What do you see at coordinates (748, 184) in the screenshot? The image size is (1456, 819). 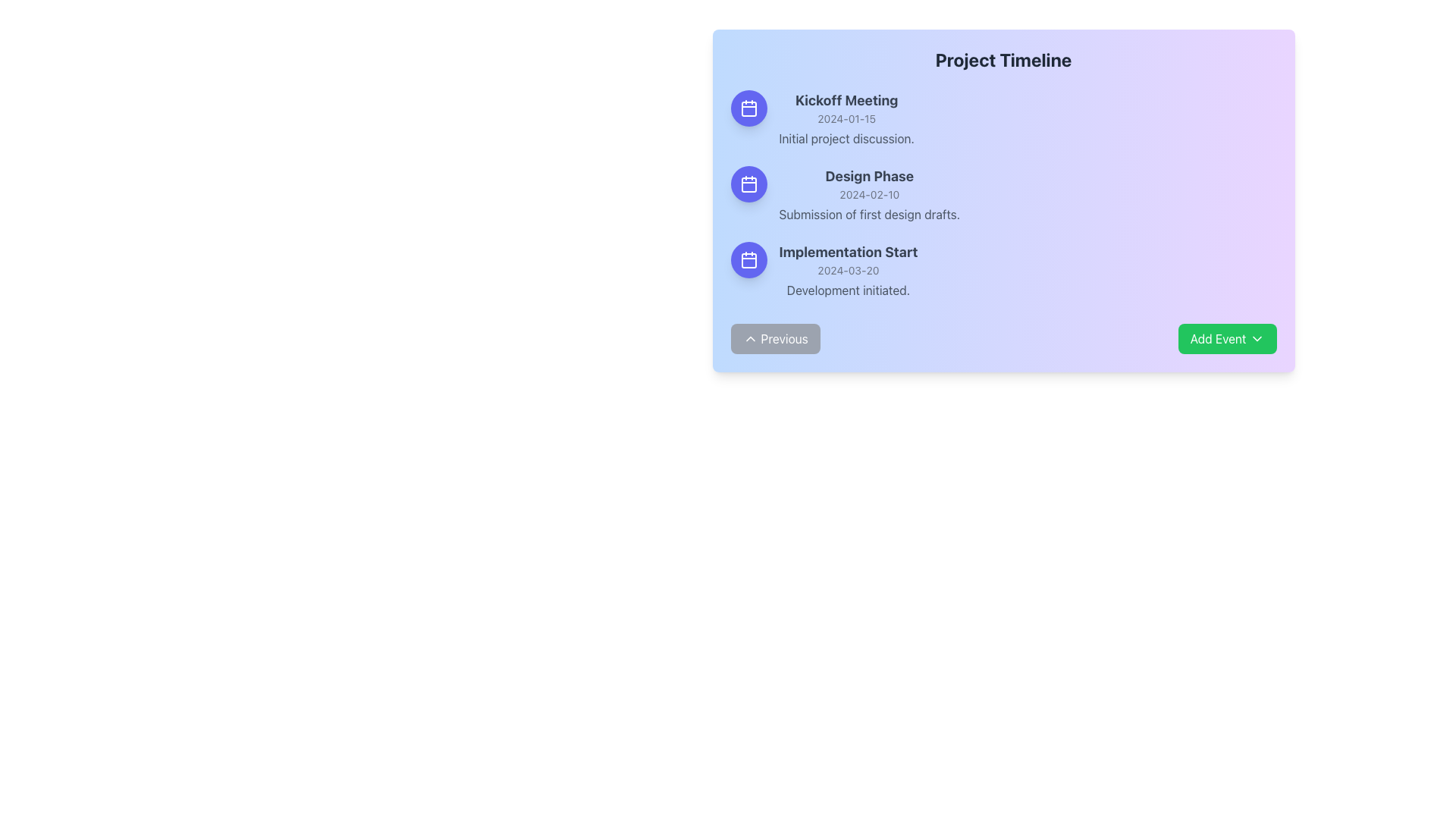 I see `the calendar icon that represents the 'Design Phase' entry in the project timeline, located to the left of the title 'Design Phase'` at bounding box center [748, 184].